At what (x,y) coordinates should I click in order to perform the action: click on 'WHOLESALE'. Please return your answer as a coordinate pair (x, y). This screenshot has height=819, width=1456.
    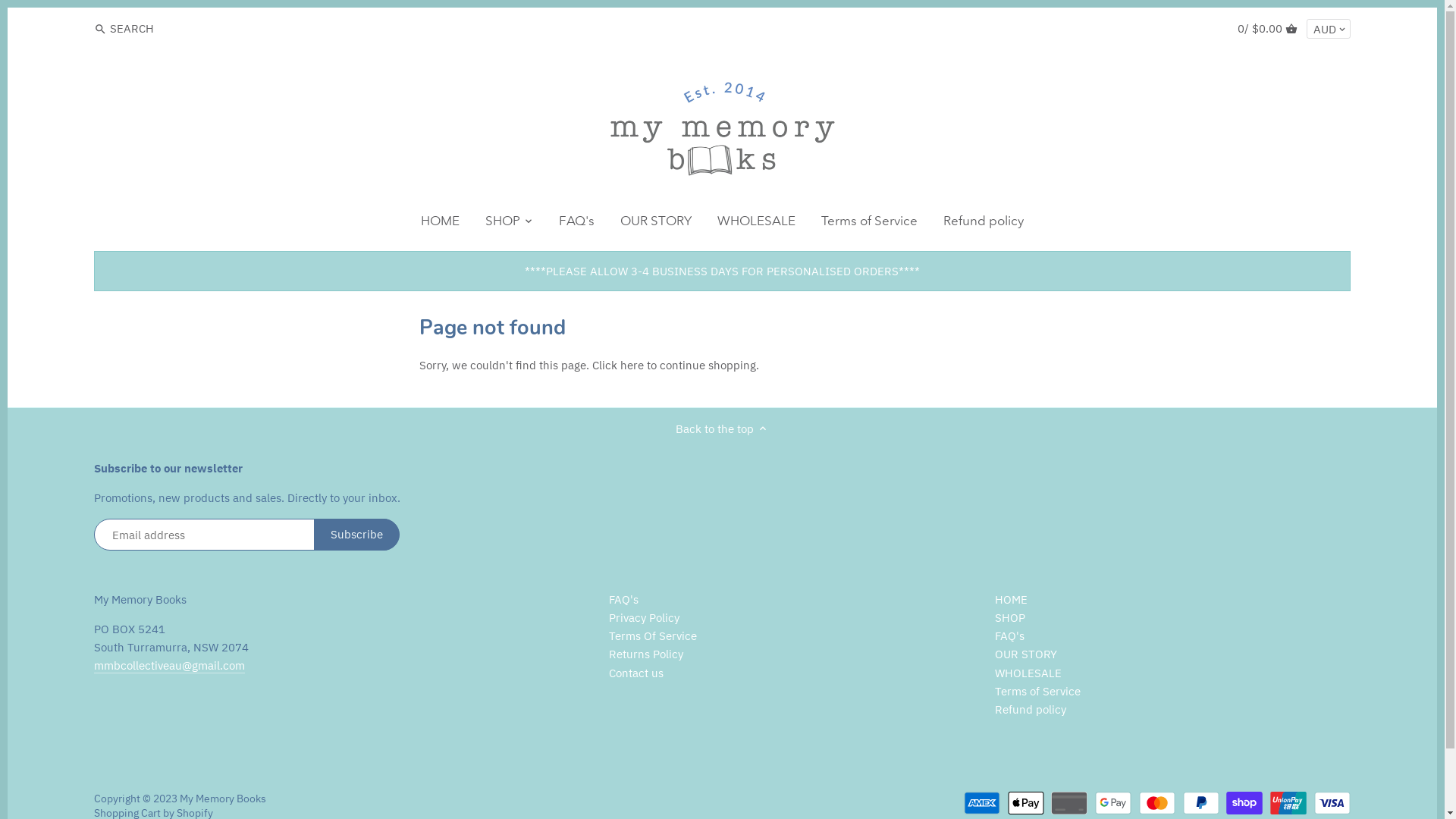
    Looking at the image, I should click on (756, 223).